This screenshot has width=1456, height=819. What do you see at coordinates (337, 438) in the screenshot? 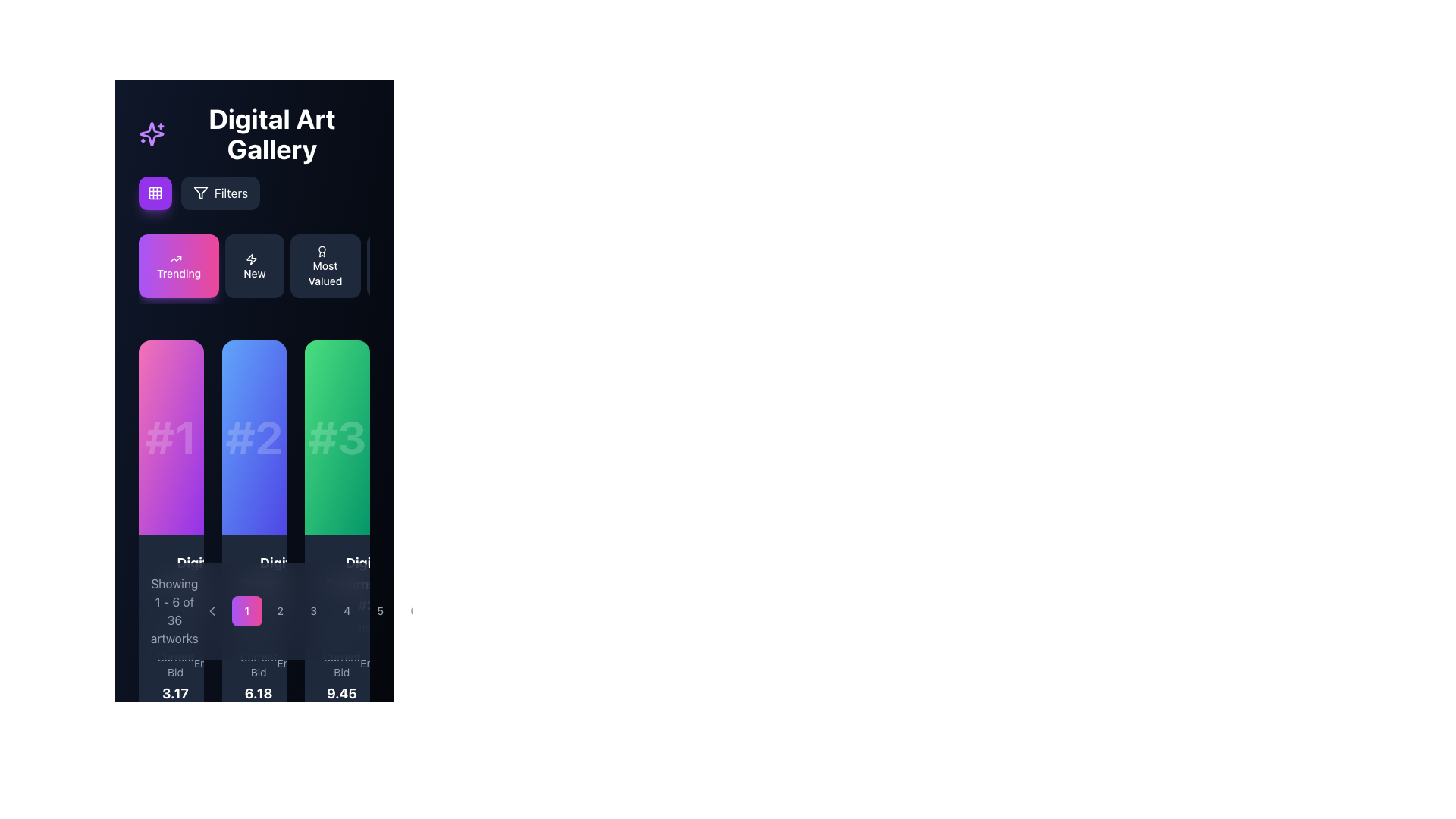
I see `the static text display showing '#3' in bold, sans-serif font, located in the third green card from the left in a series of vertically elongated rectangles` at bounding box center [337, 438].